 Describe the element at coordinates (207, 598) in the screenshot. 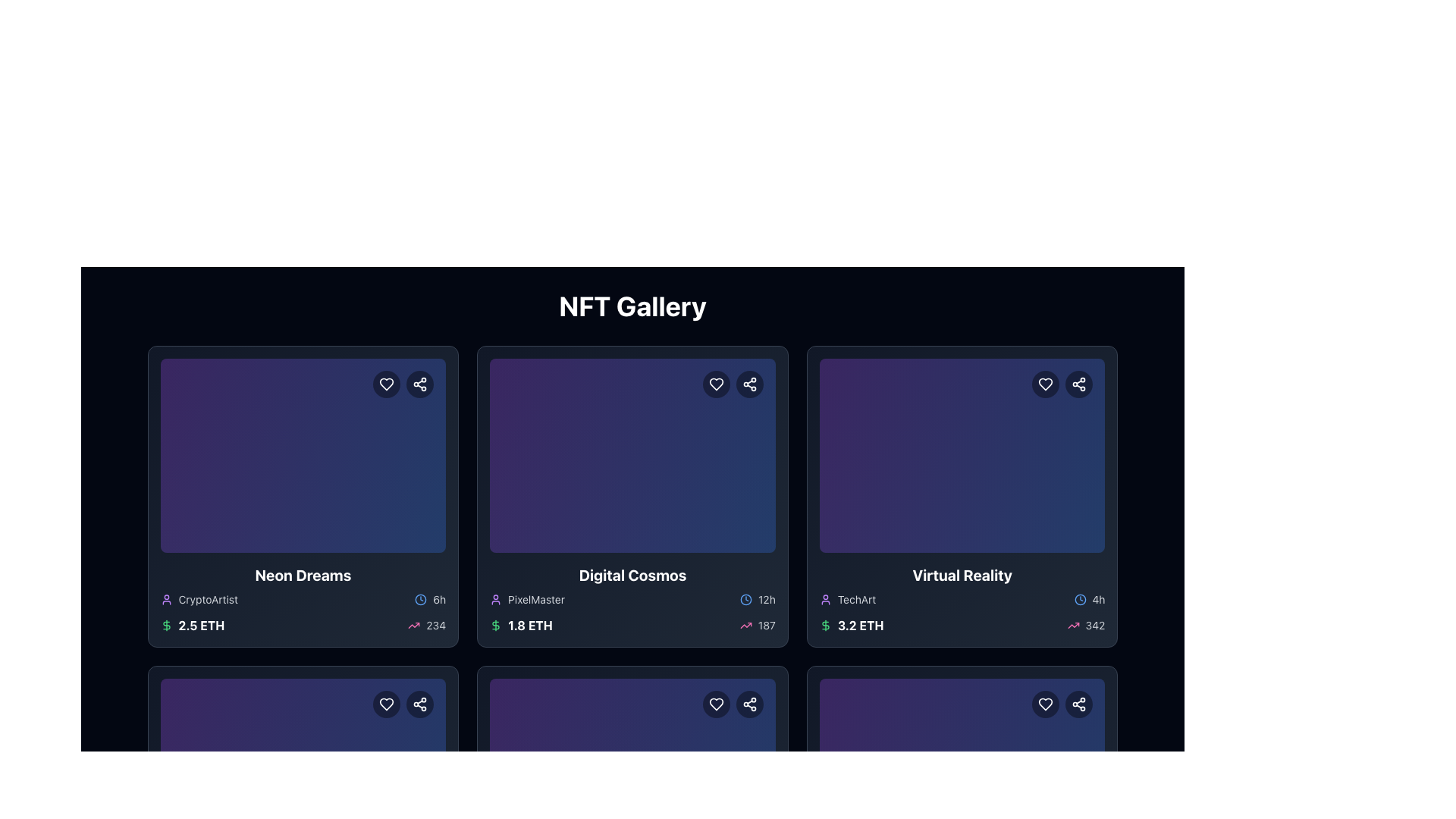

I see `the user profile associated with the NFT creator, located in the bottom-left section of the first card in the NFT gallery, near the username label` at that location.